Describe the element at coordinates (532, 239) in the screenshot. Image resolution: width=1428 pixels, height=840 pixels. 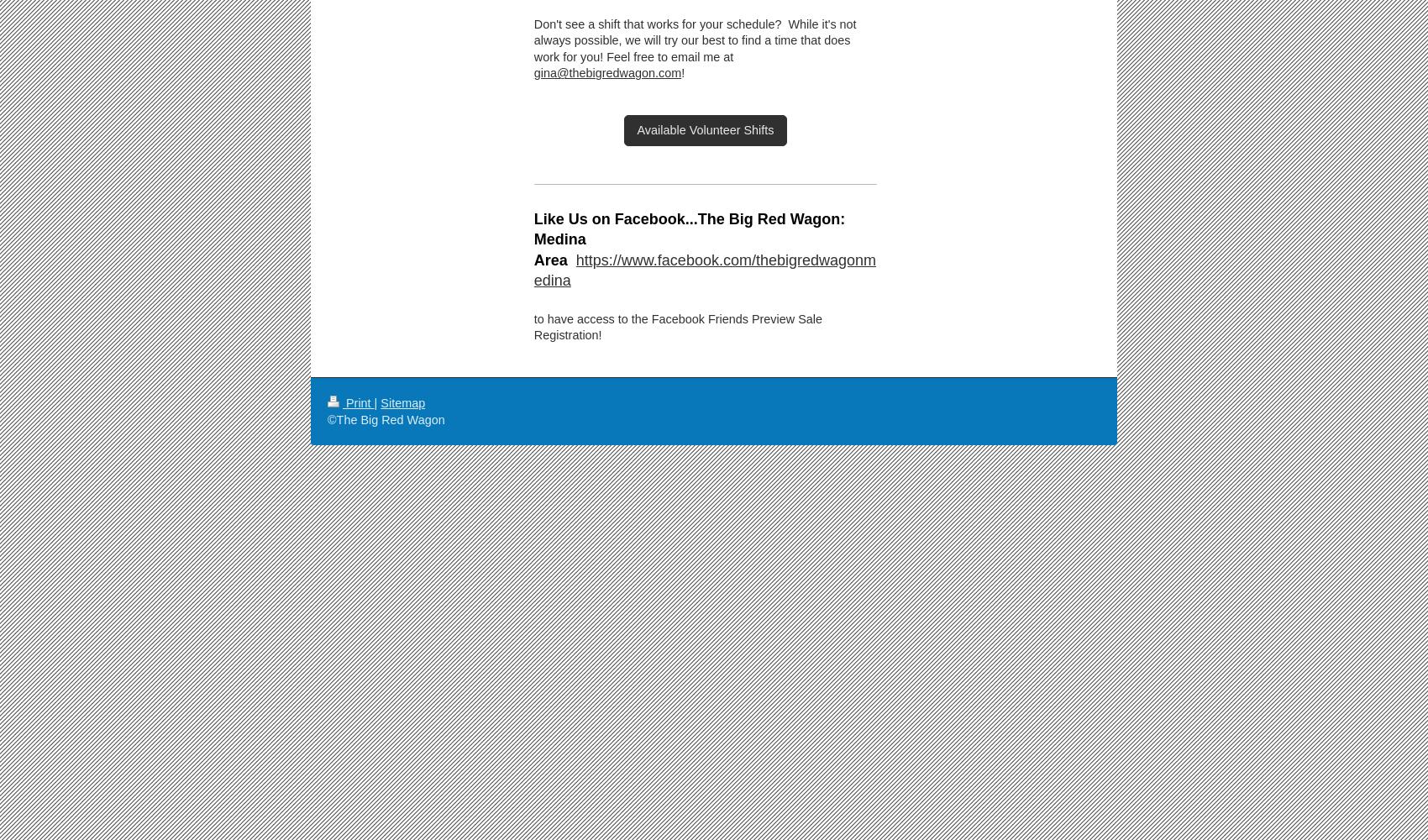
I see `'Like Us on Facebook...The Big Red Wagon:  Medina Area'` at that location.